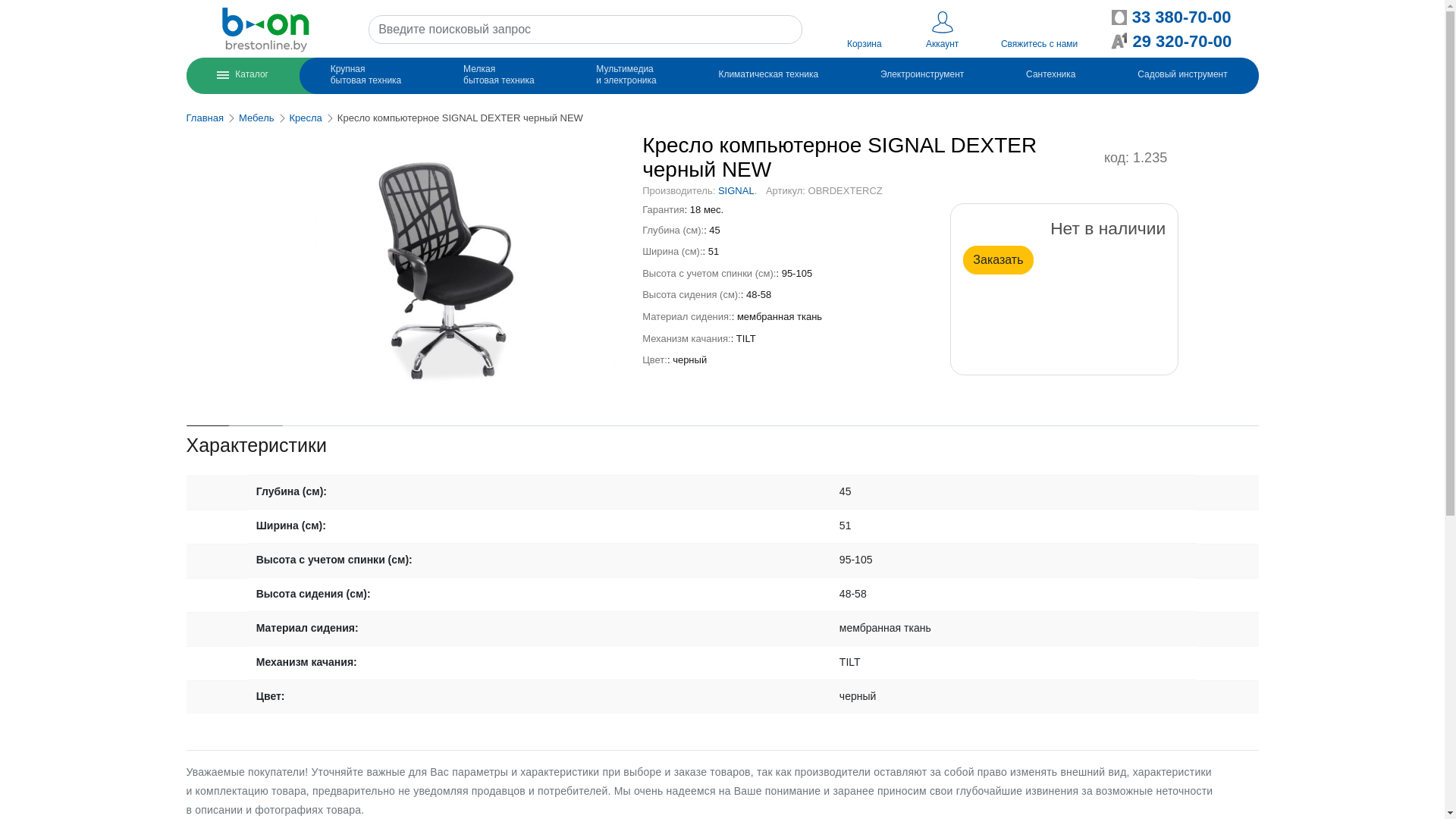  Describe the element at coordinates (717, 190) in the screenshot. I see `'SIGNAL'` at that location.